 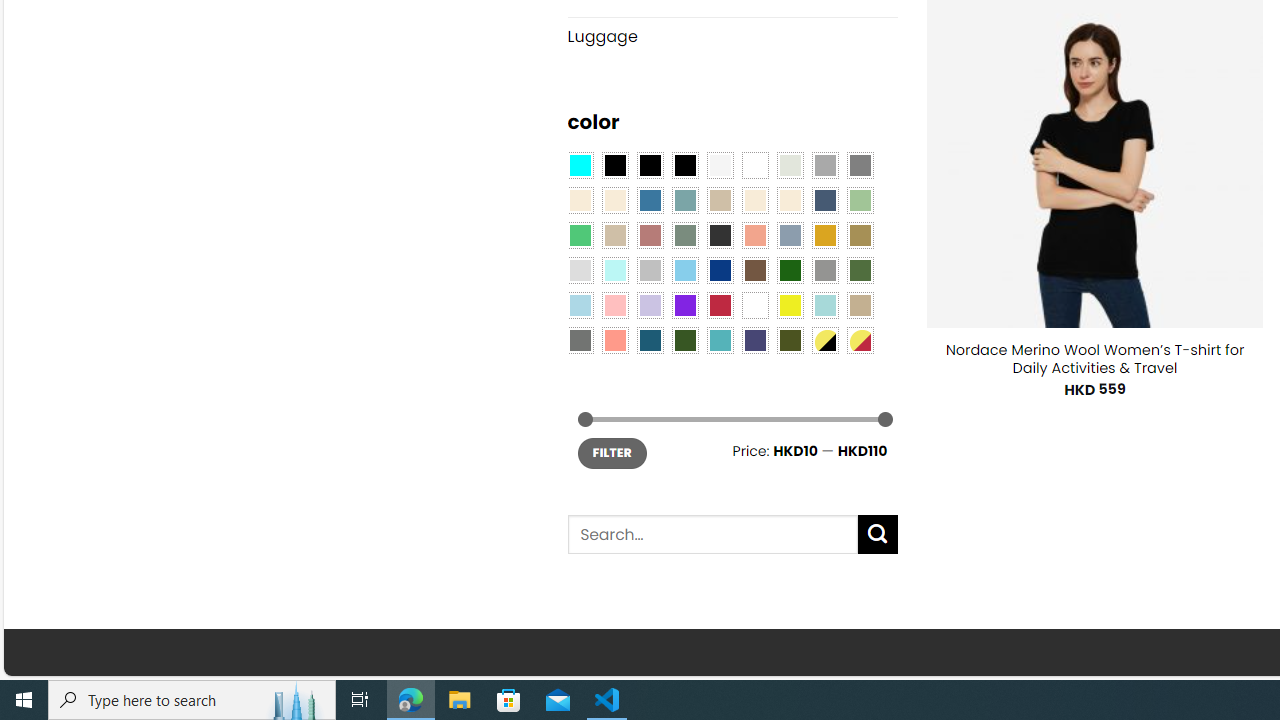 I want to click on 'Light Green', so click(x=860, y=200).